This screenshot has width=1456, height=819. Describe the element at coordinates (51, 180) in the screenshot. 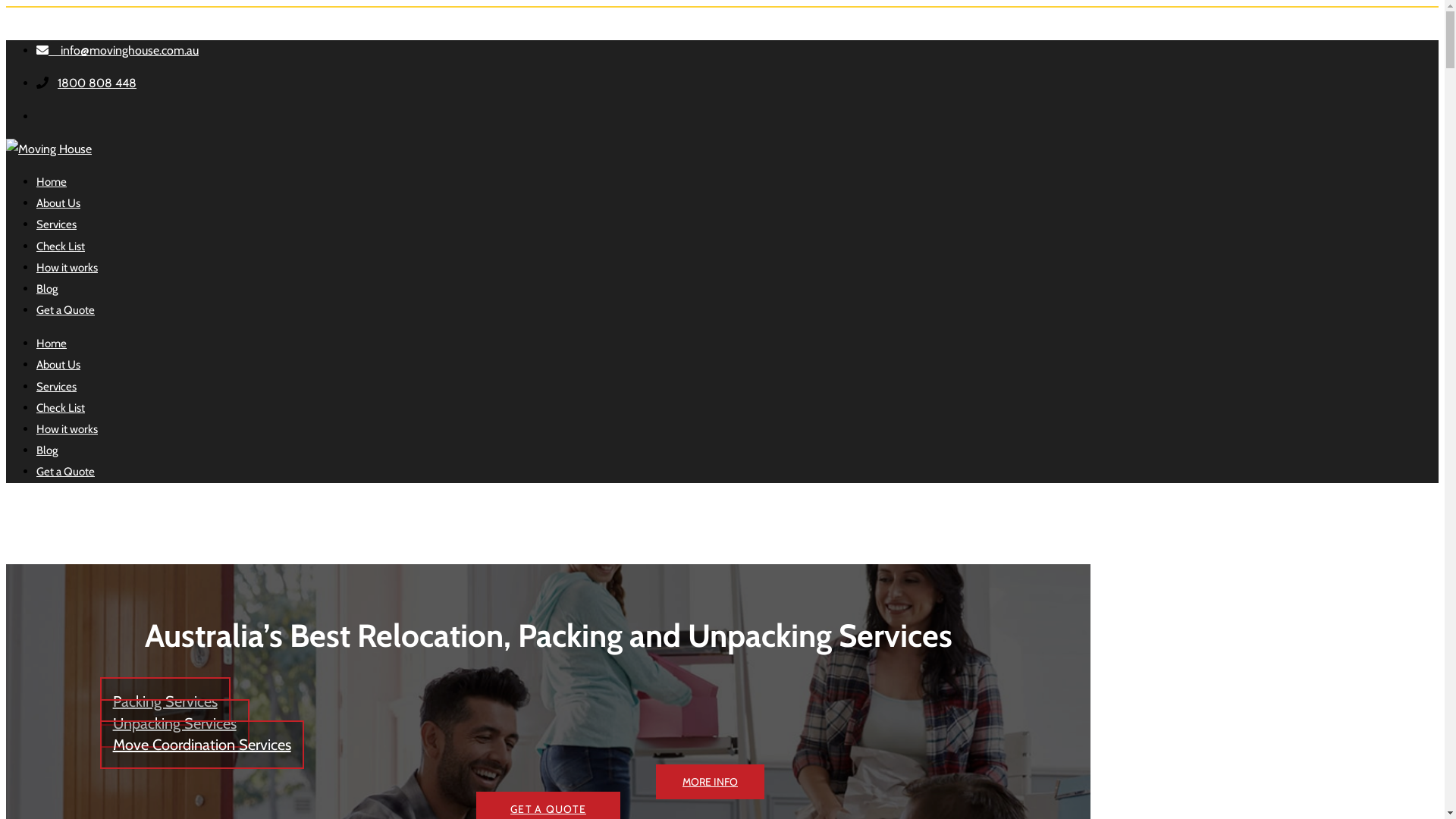

I see `'Home'` at that location.